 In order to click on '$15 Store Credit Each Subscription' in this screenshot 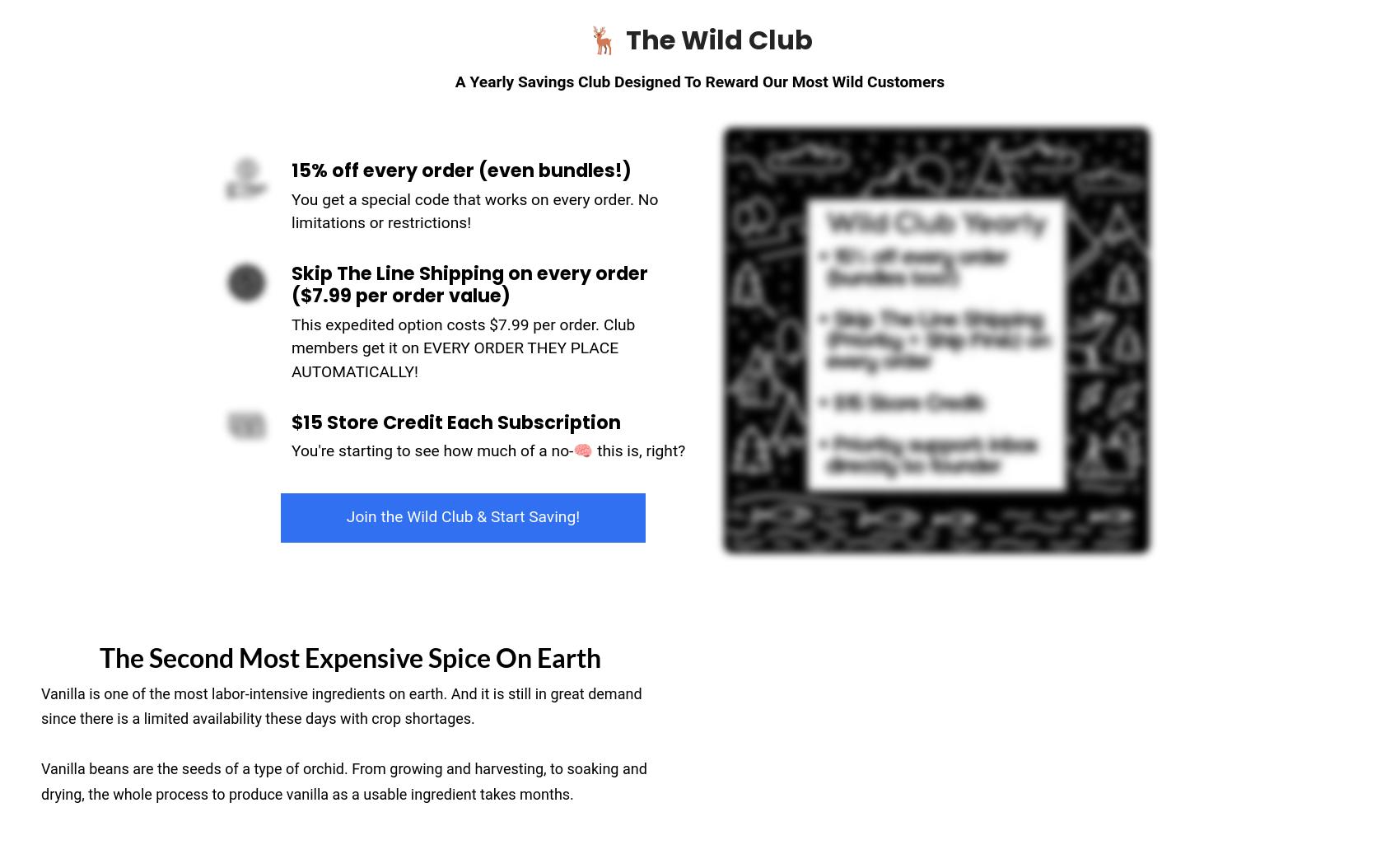, I will do `click(455, 420)`.